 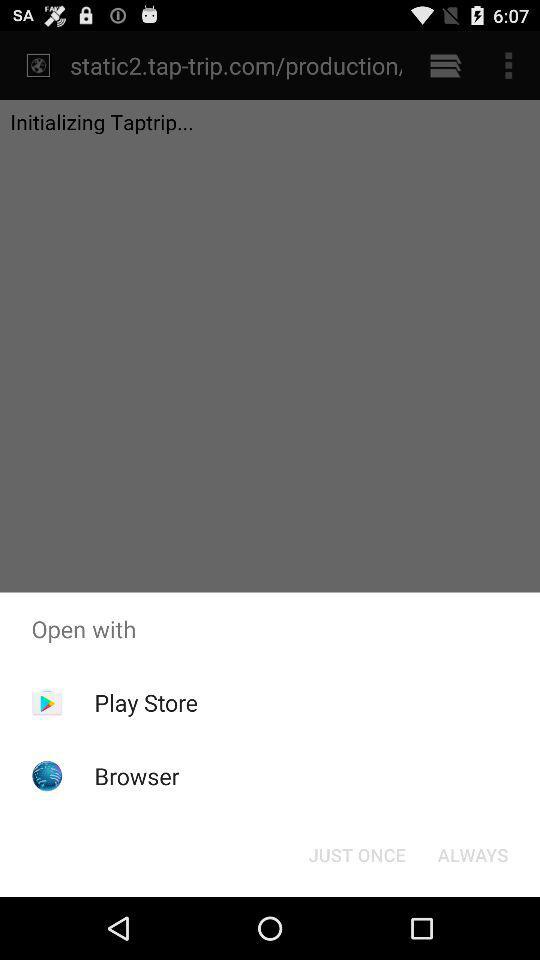 I want to click on always, so click(x=472, y=853).